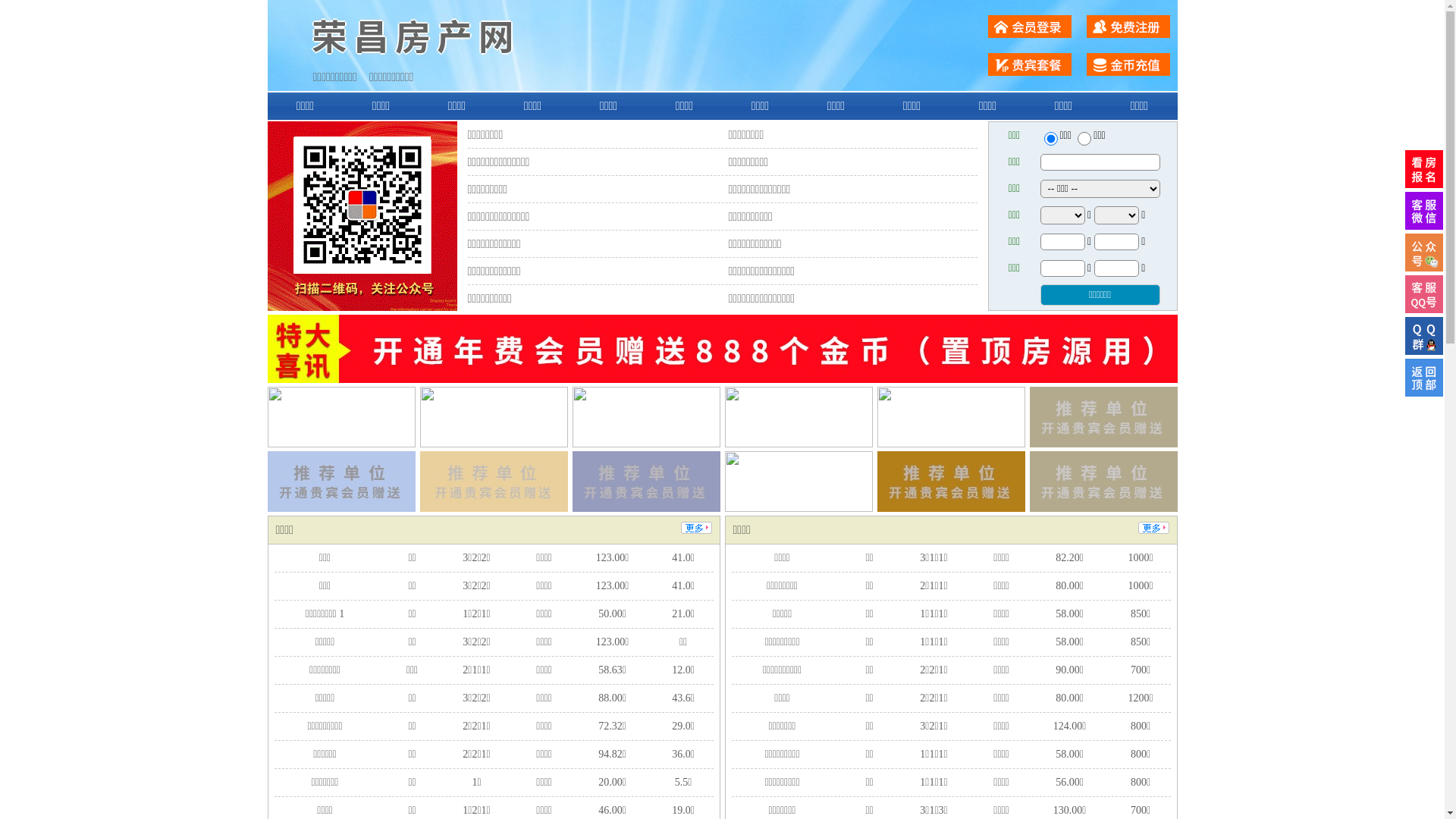  What do you see at coordinates (1076, 138) in the screenshot?
I see `'chuzu'` at bounding box center [1076, 138].